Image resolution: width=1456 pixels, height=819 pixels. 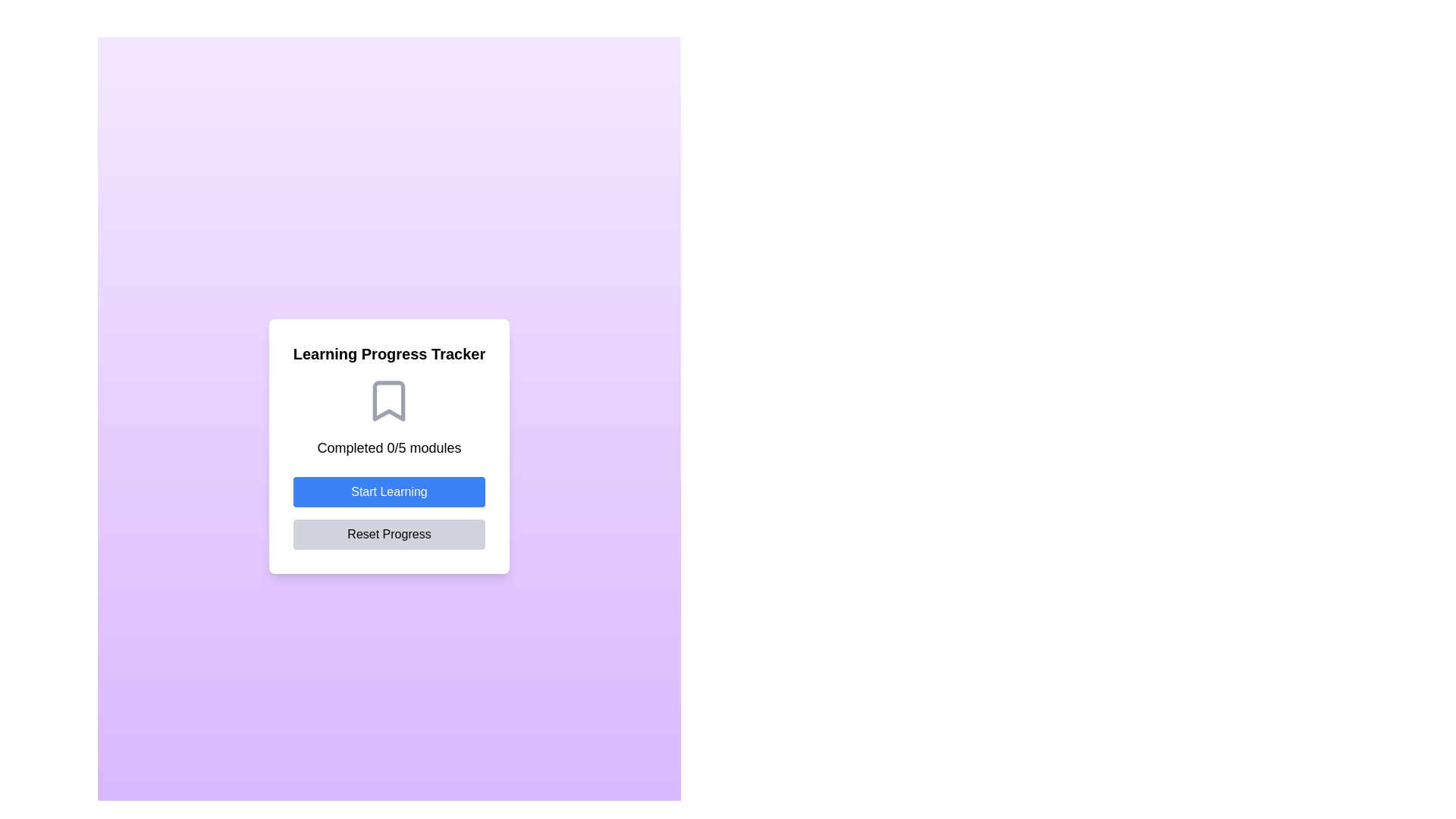 What do you see at coordinates (389, 491) in the screenshot?
I see `the 'Initiate Learning' button located in the 'Learning Progress Tracker' card, positioned above the 'Reset Progress' button and below the text 'Completed 0/5 modules'` at bounding box center [389, 491].